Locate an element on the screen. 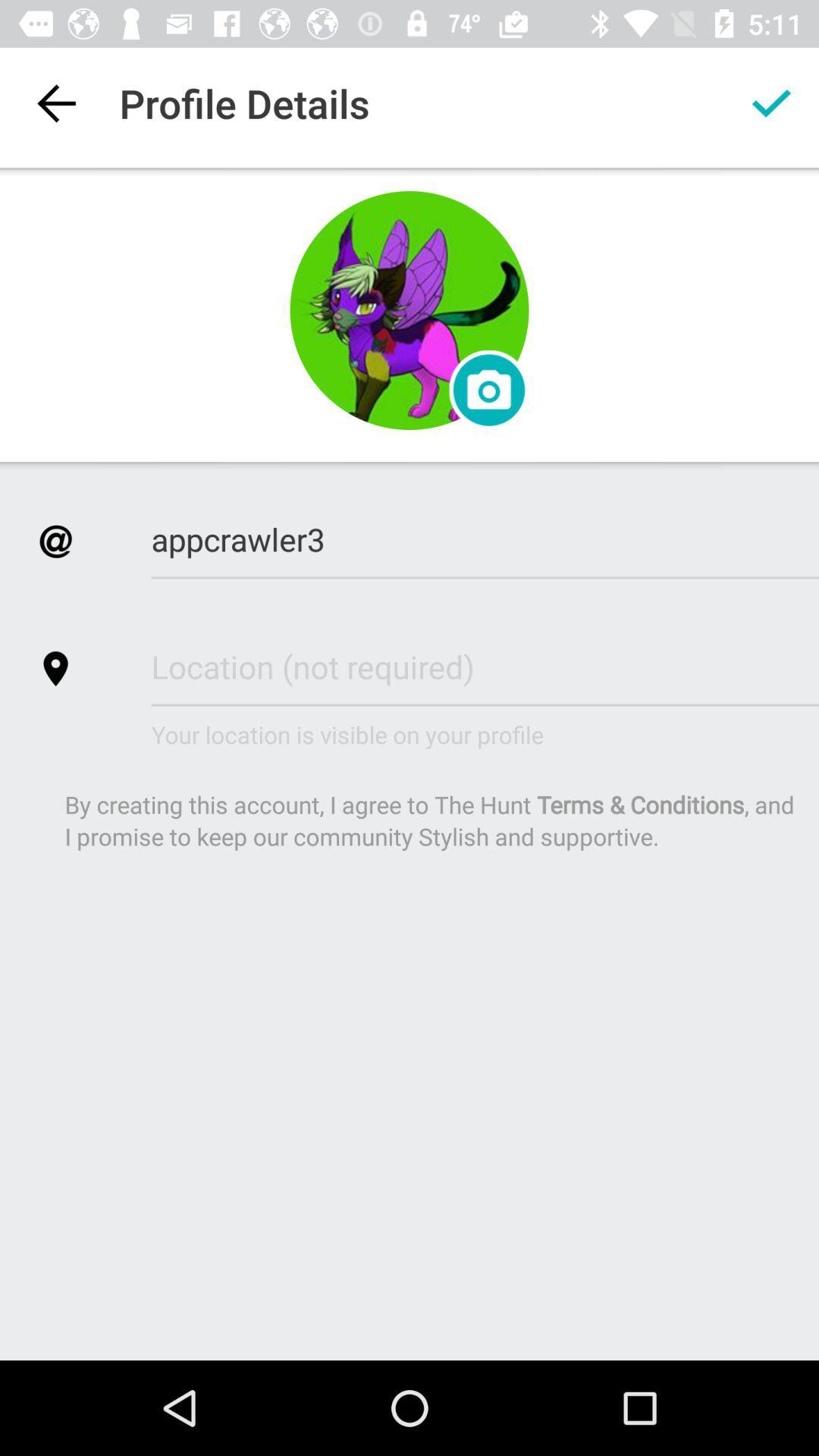 This screenshot has width=819, height=1456. insert location is located at coordinates (485, 666).